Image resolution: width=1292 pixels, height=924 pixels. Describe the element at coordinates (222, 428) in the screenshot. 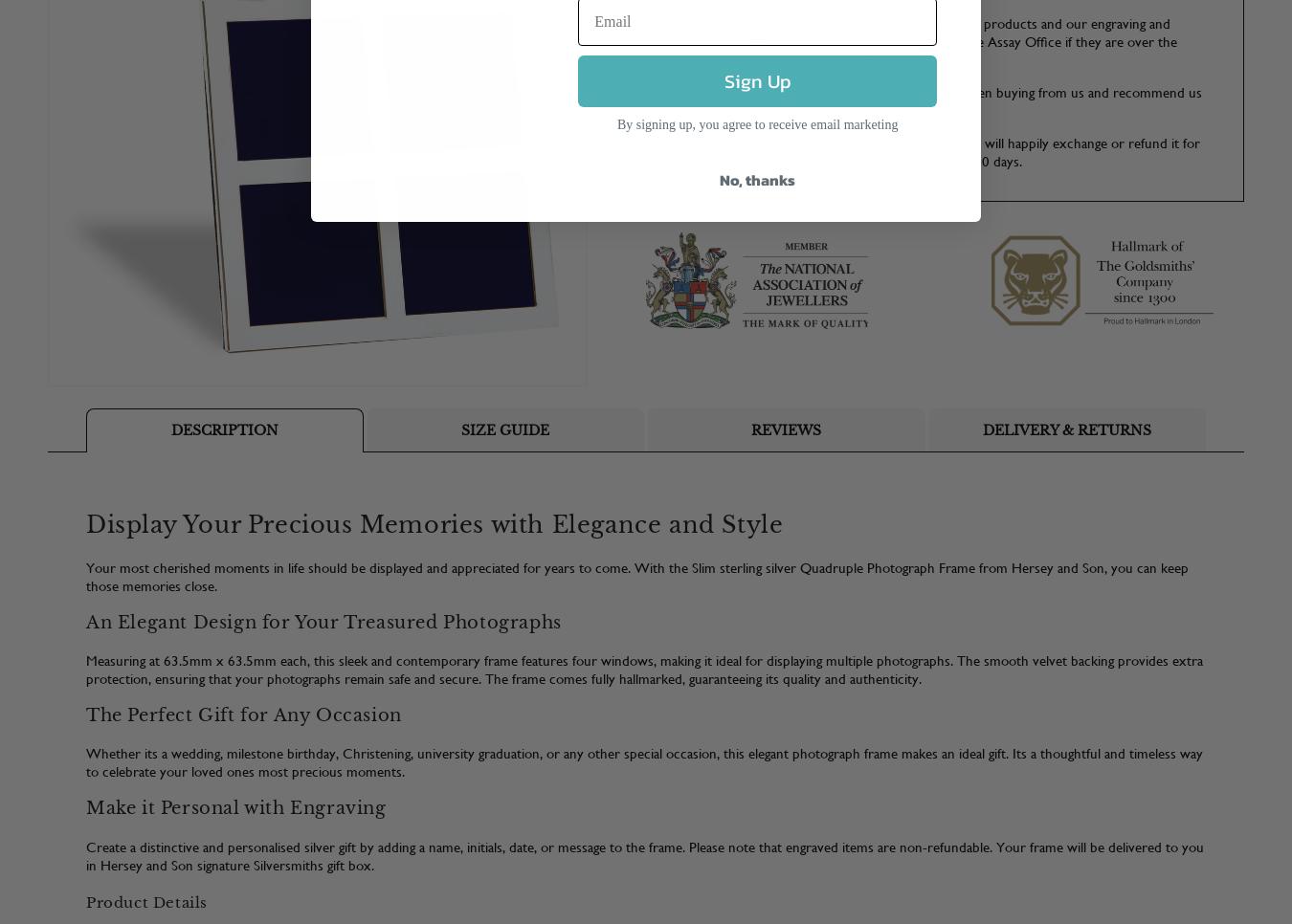

I see `'Description'` at that location.